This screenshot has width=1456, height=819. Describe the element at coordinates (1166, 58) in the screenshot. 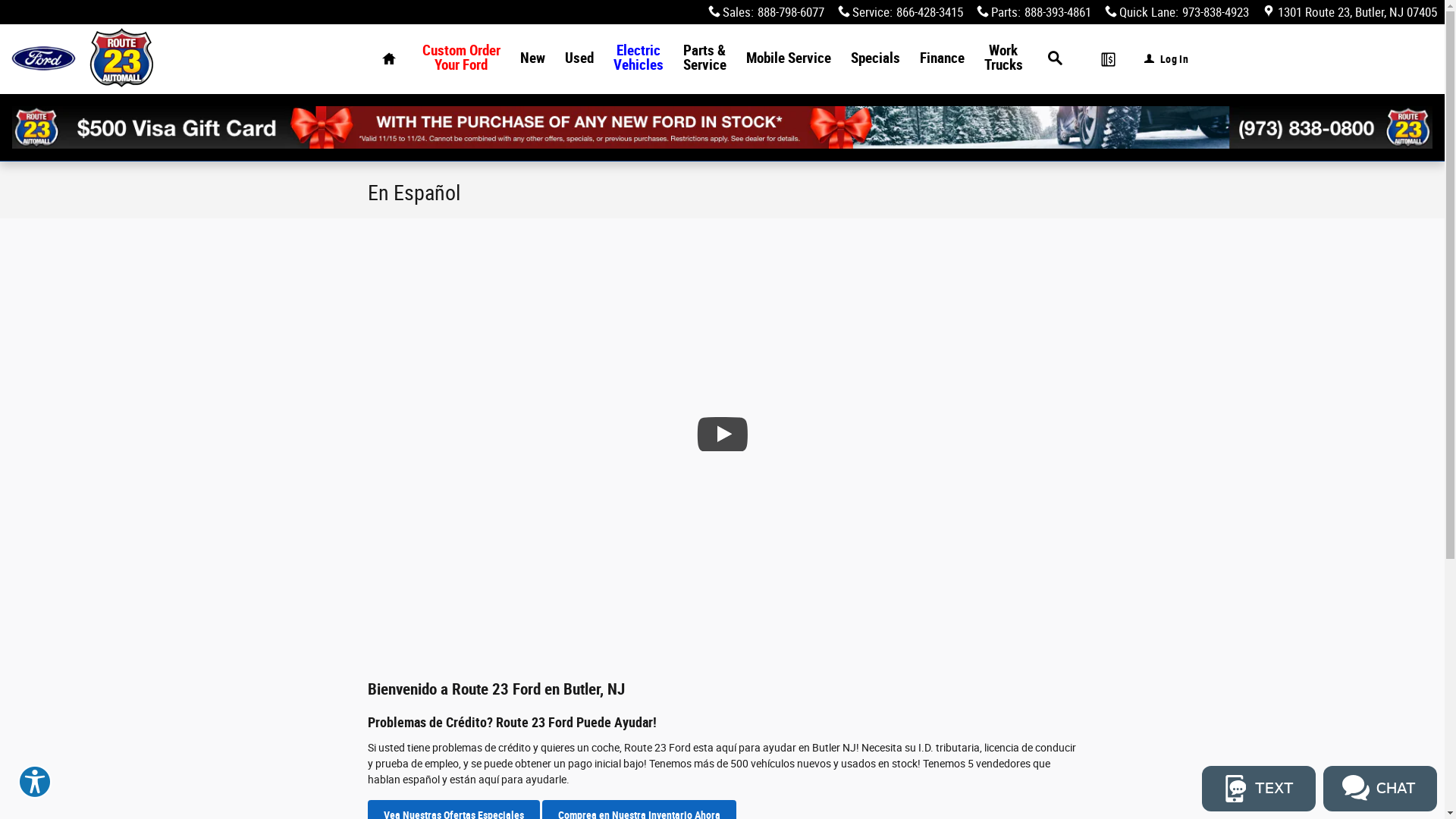

I see `'Log In'` at that location.